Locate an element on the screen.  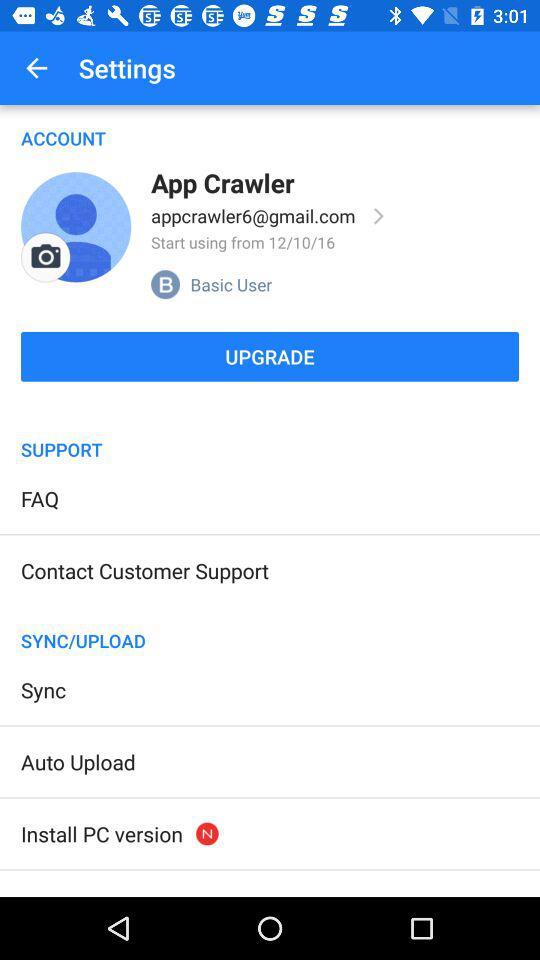
next is located at coordinates (379, 216).